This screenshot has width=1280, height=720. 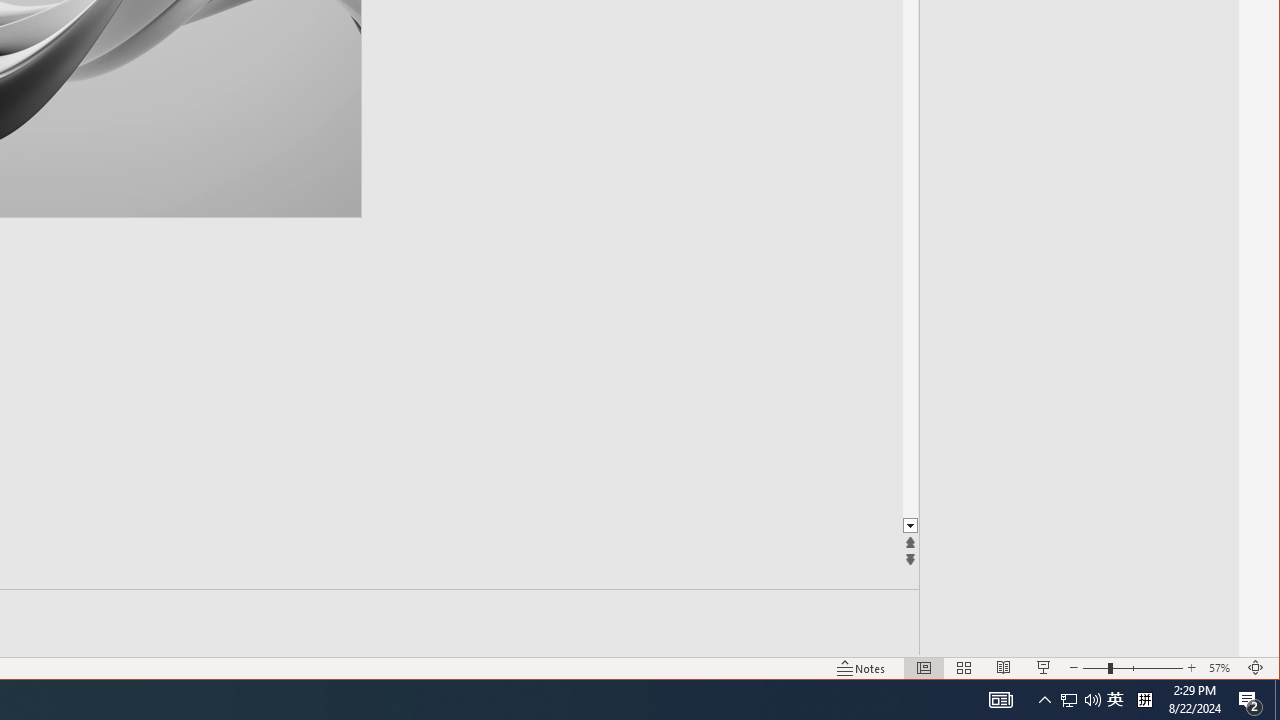 I want to click on 'Zoom 57%', so click(x=1221, y=668).